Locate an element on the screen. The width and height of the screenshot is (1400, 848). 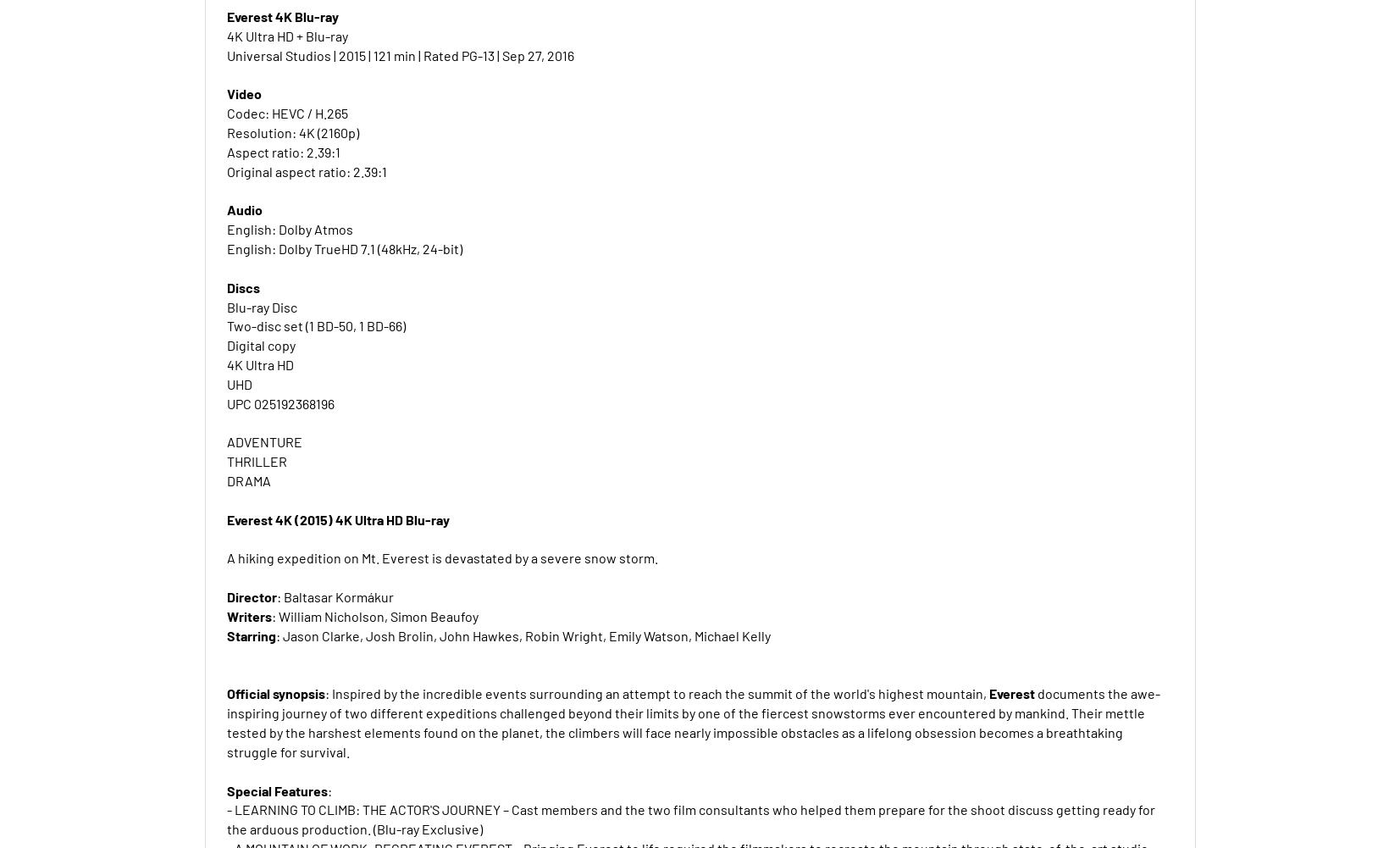
'4K Ultra HD' is located at coordinates (258, 364).